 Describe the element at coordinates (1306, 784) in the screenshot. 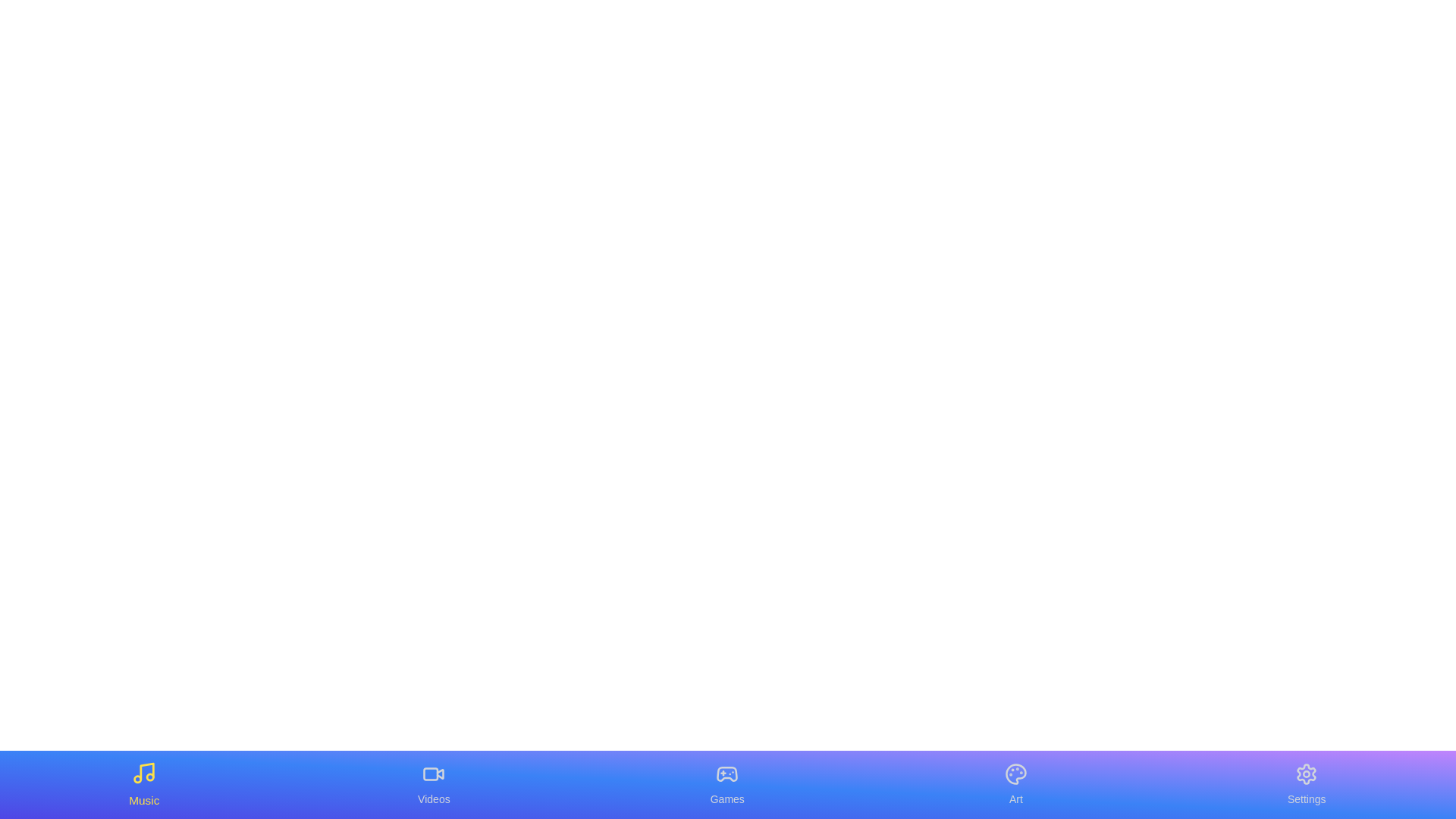

I see `the tab labeled Settings` at that location.